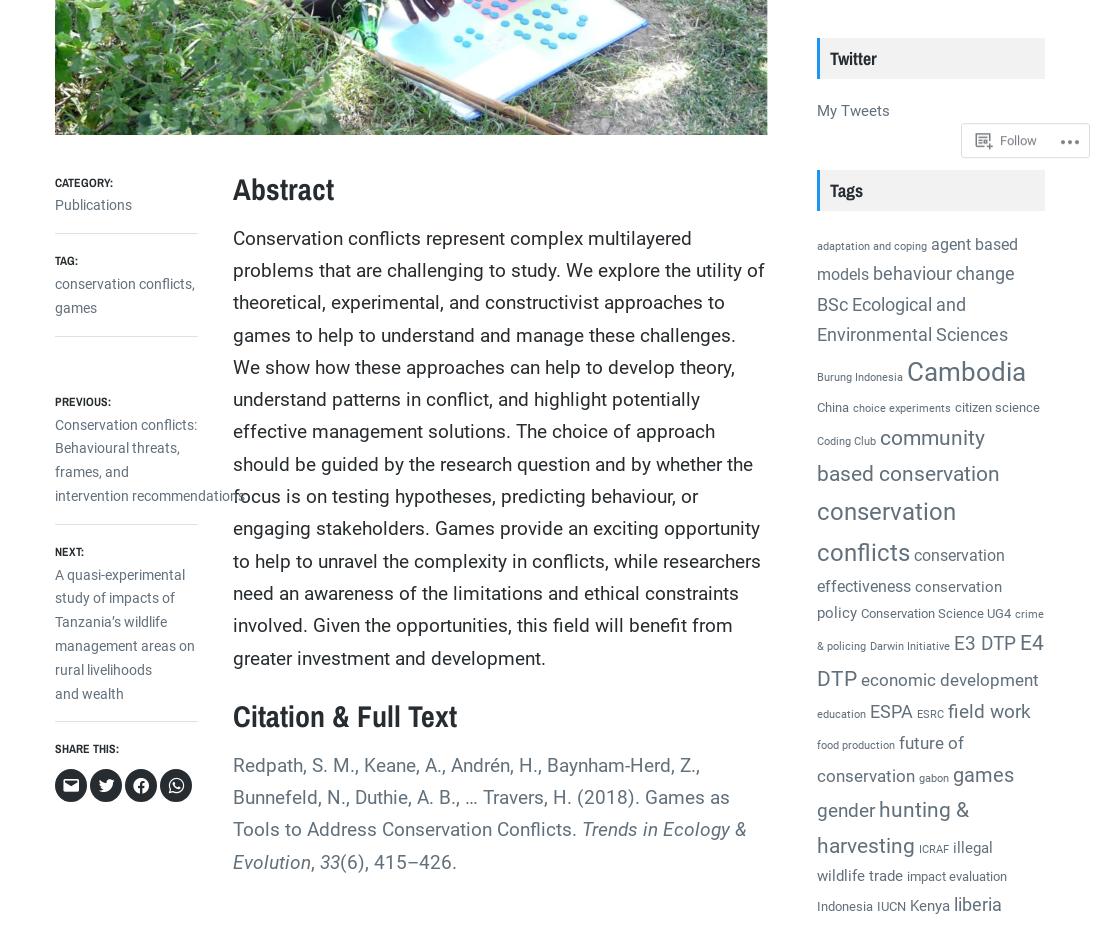 The height and width of the screenshot is (928, 1100). What do you see at coordinates (870, 245) in the screenshot?
I see `'adaptation and coping'` at bounding box center [870, 245].